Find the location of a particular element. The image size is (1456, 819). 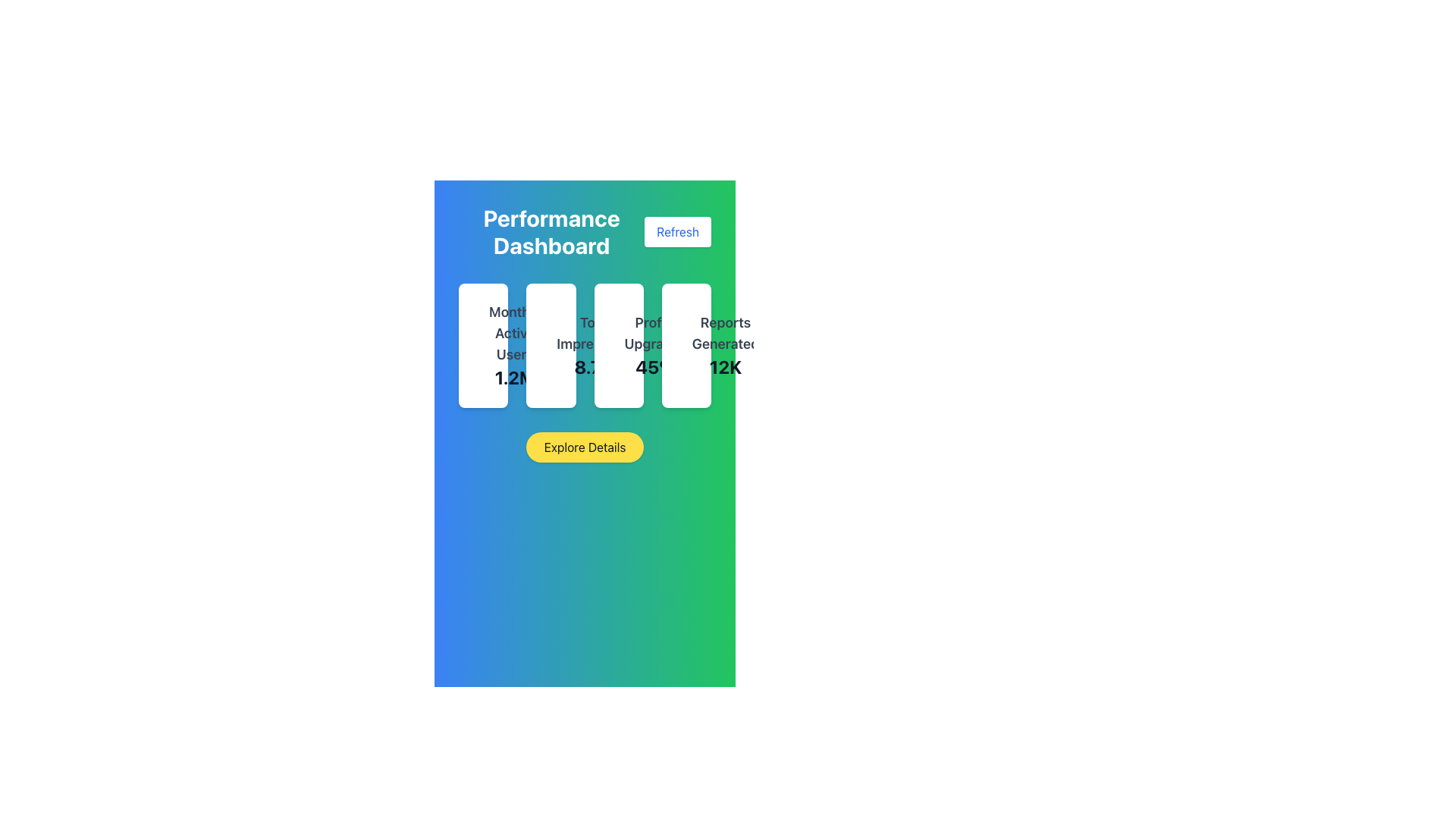

current number of monthly active users displayed in the first card of the dashboard interface is located at coordinates (515, 345).